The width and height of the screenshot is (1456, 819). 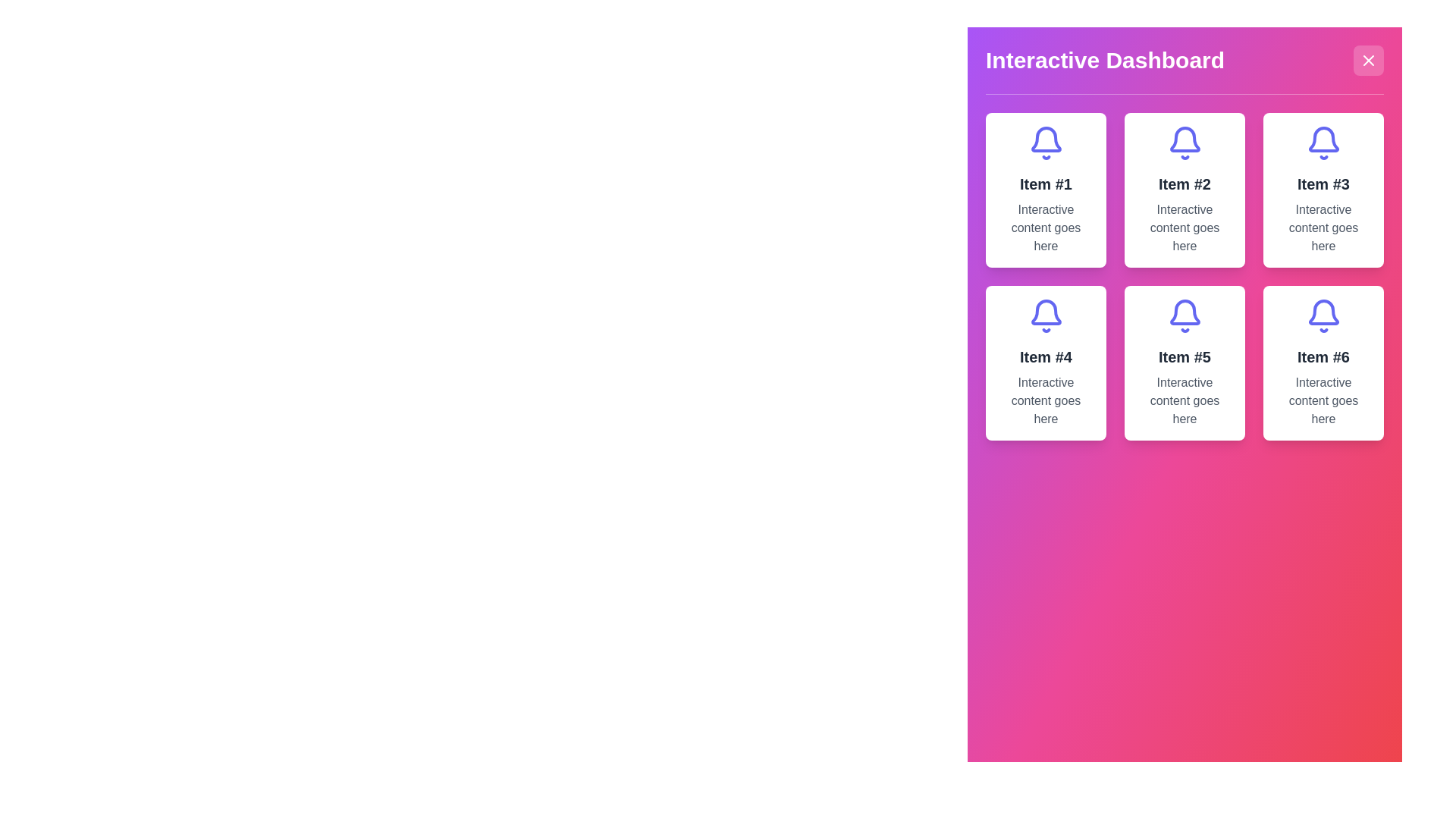 I want to click on the informational card displaying 'Item #4' located in the second row, first column of the grid layout, so click(x=1045, y=362).